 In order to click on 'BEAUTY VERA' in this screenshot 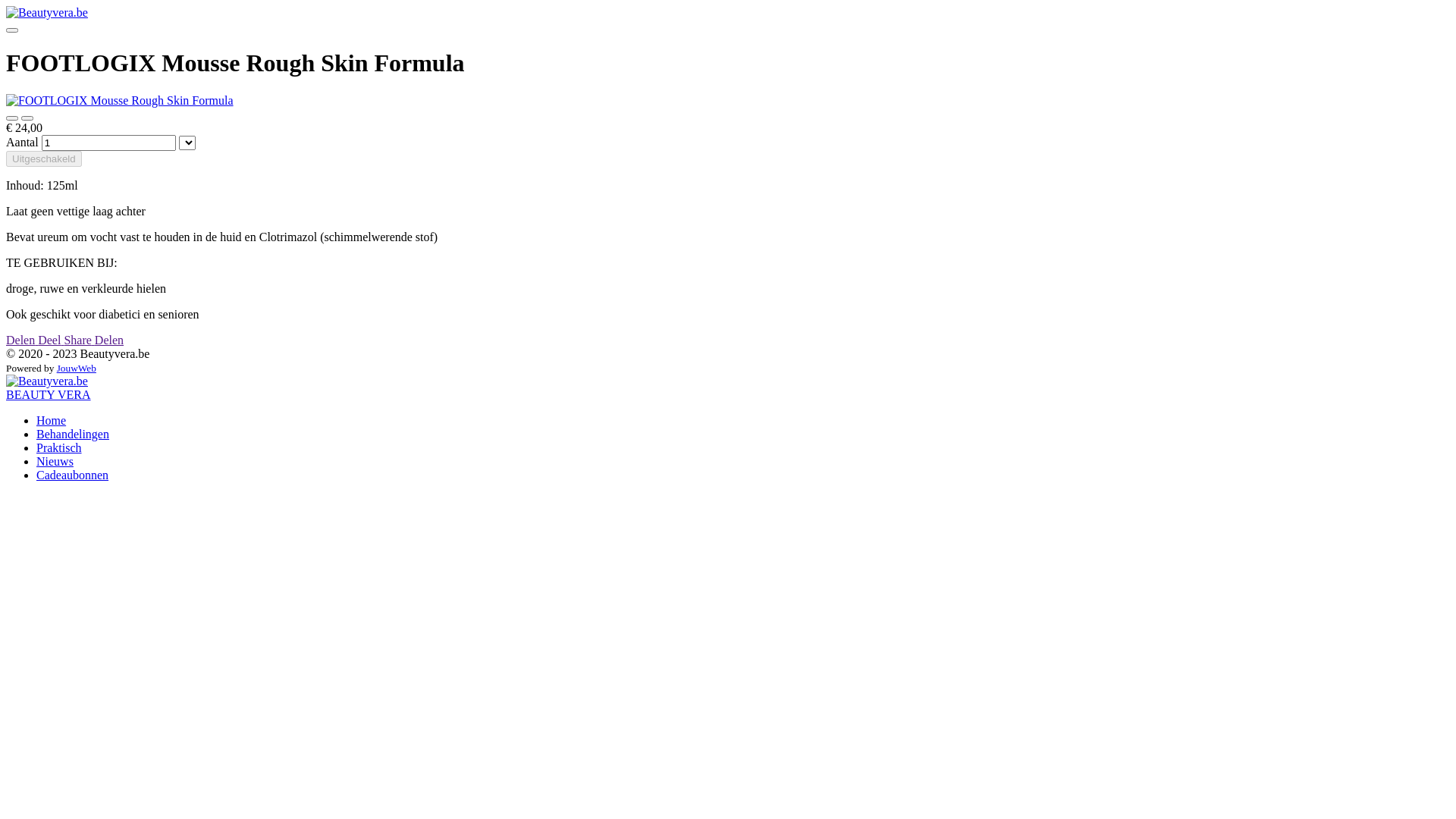, I will do `click(48, 394)`.